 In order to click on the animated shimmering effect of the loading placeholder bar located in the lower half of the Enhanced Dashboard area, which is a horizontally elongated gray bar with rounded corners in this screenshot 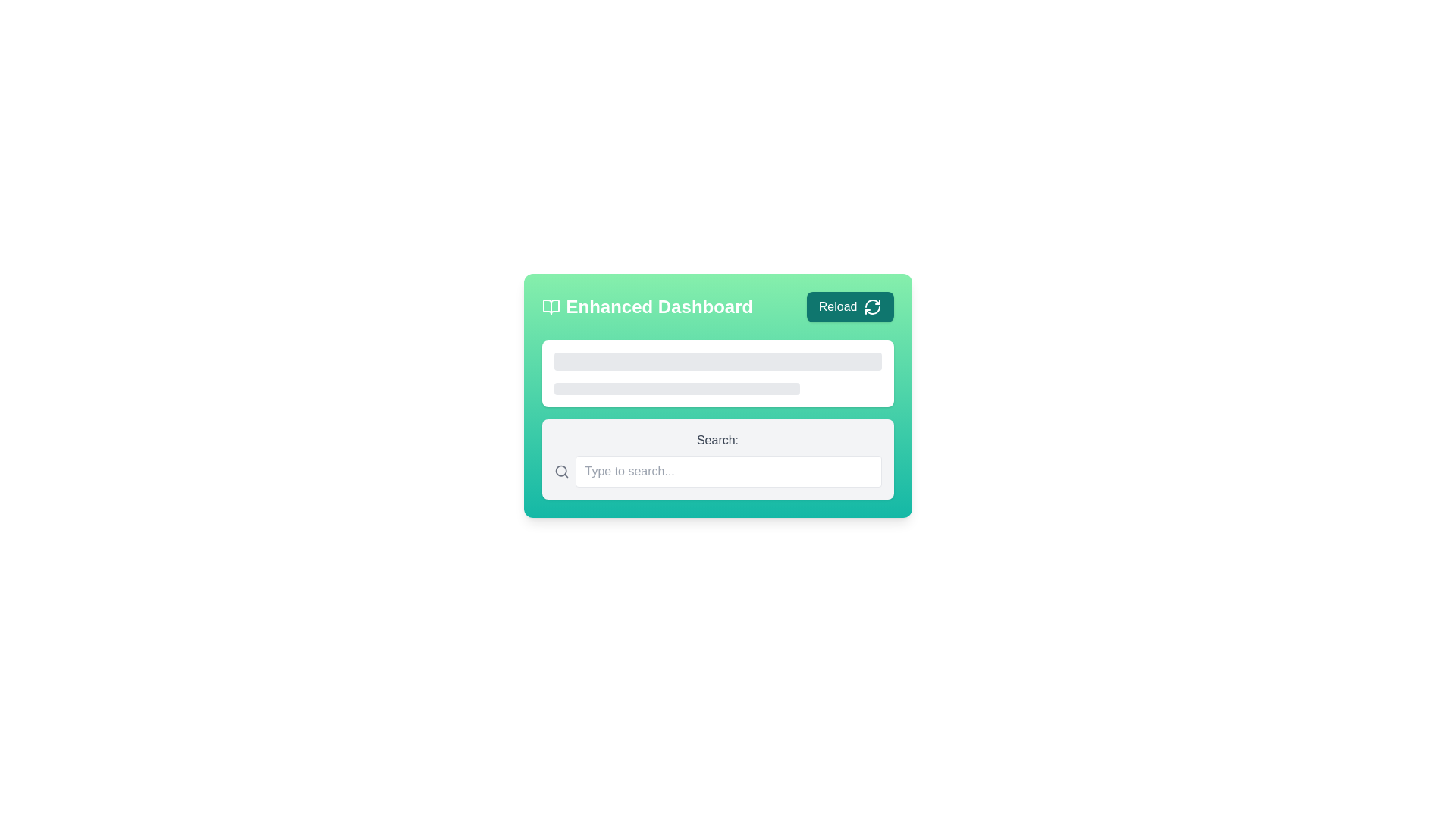, I will do `click(676, 388)`.